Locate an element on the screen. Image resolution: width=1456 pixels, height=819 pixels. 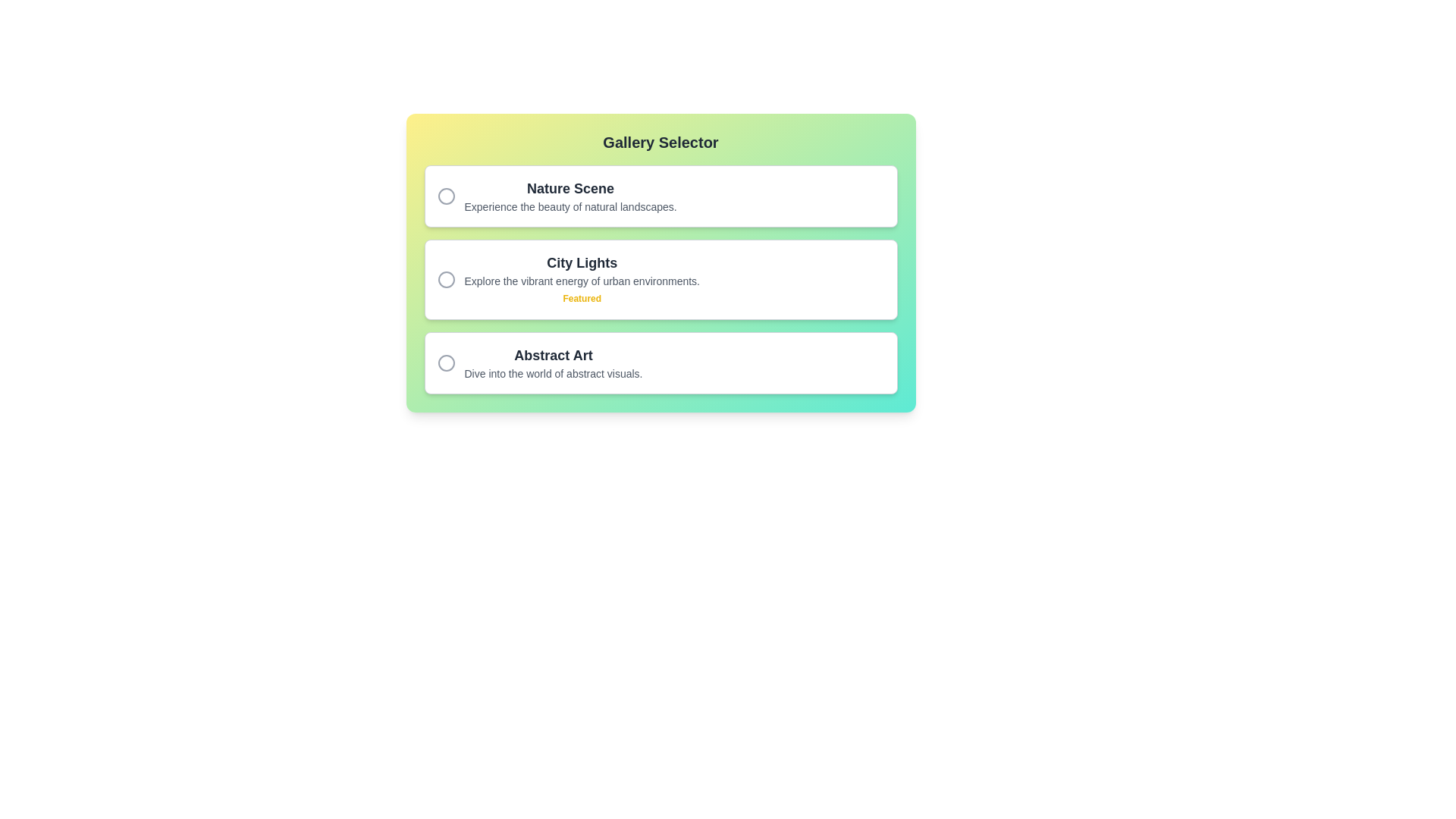
the selectable card in the gallery selection interface to interact with it is located at coordinates (661, 262).